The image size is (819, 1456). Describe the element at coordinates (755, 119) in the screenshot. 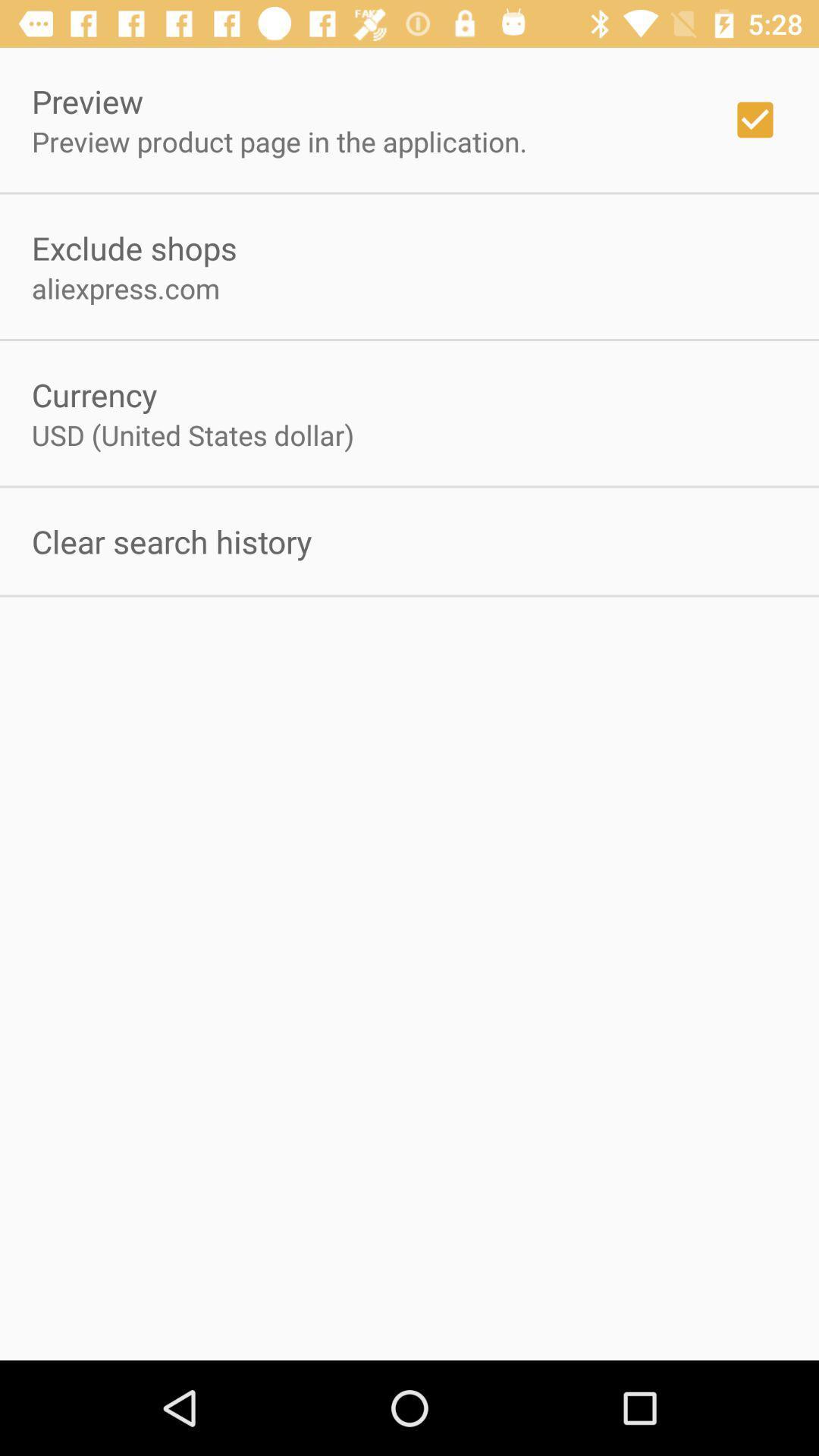

I see `the icon to the right of preview product page` at that location.